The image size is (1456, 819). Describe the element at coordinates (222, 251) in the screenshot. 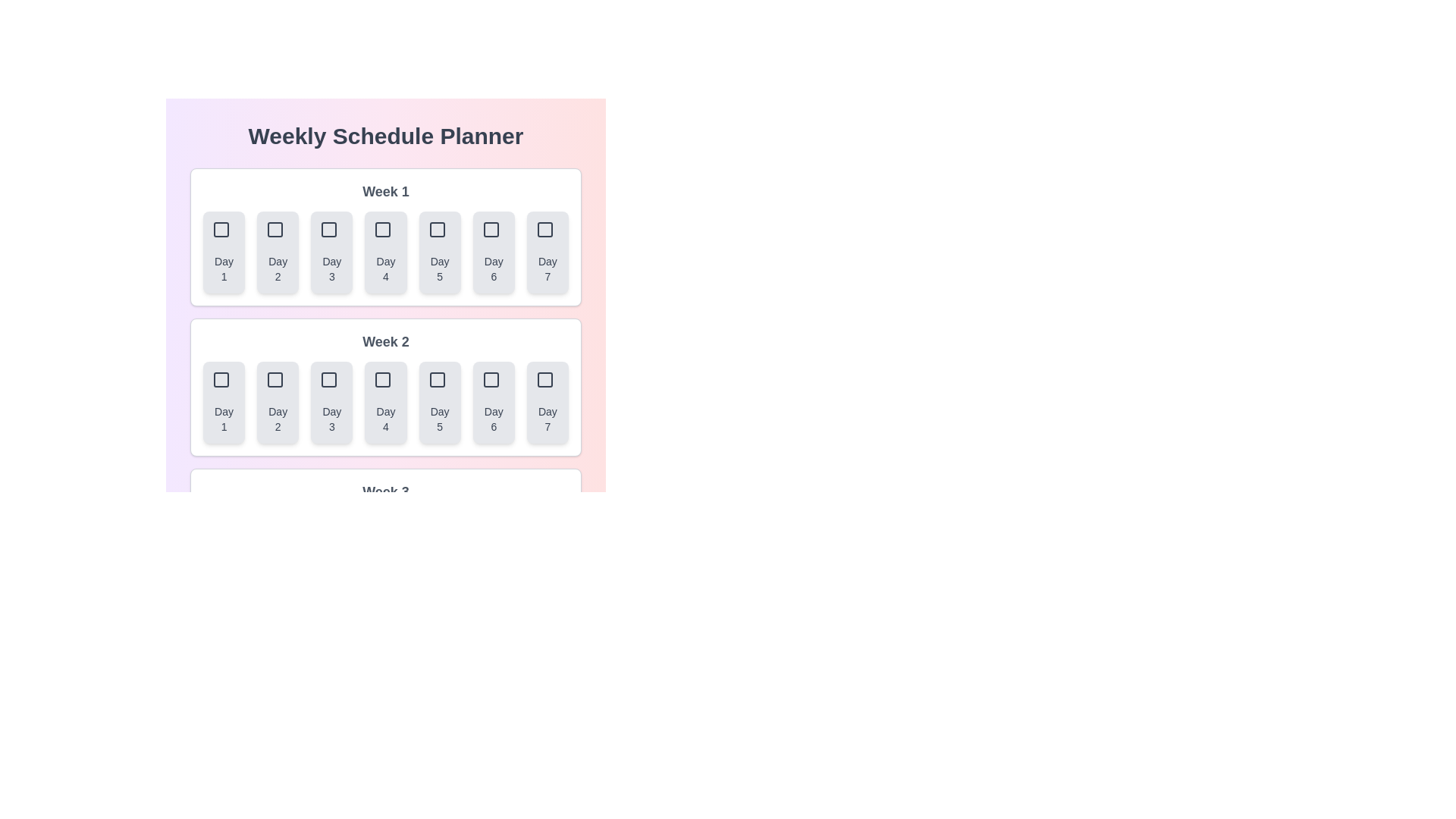

I see `the button corresponding to Week 1 and Day 1 to select that day` at that location.